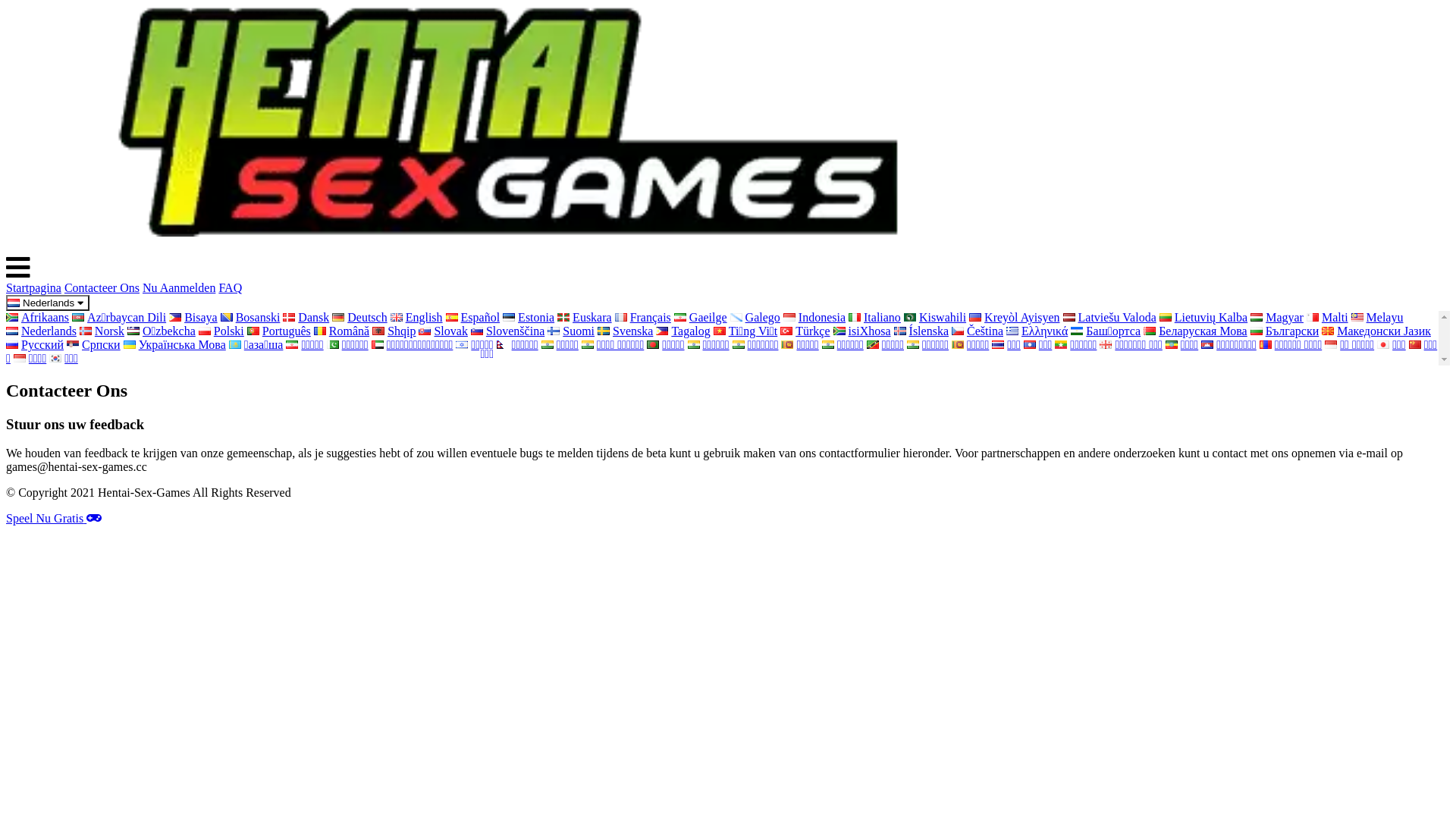 Image resolution: width=1456 pixels, height=819 pixels. I want to click on 'Malti', so click(1326, 316).